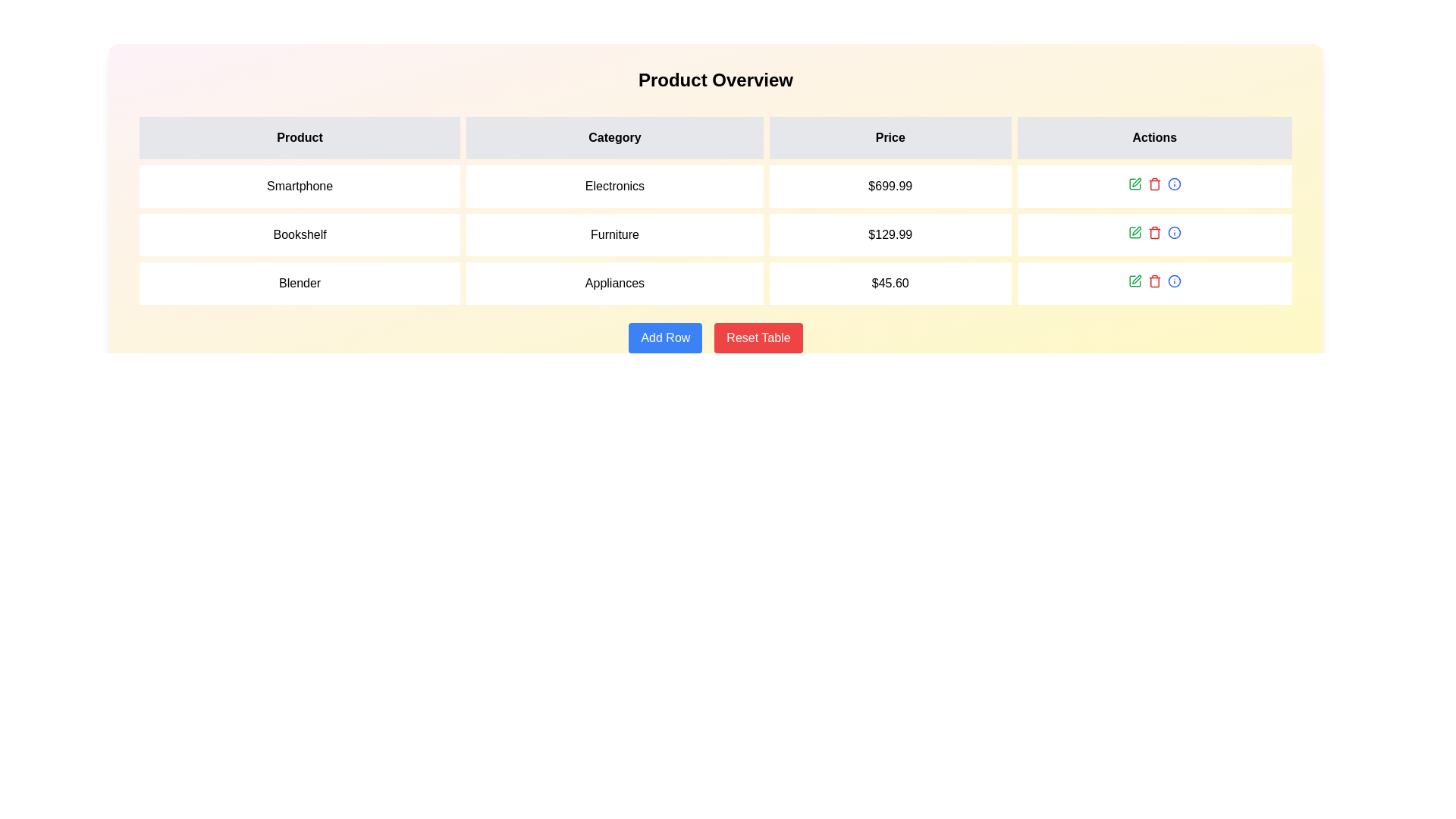  I want to click on the 'Smartphone' text label located in the first row of the table under the 'Product' column, which is displayed in a black sans-serif font, so click(300, 186).